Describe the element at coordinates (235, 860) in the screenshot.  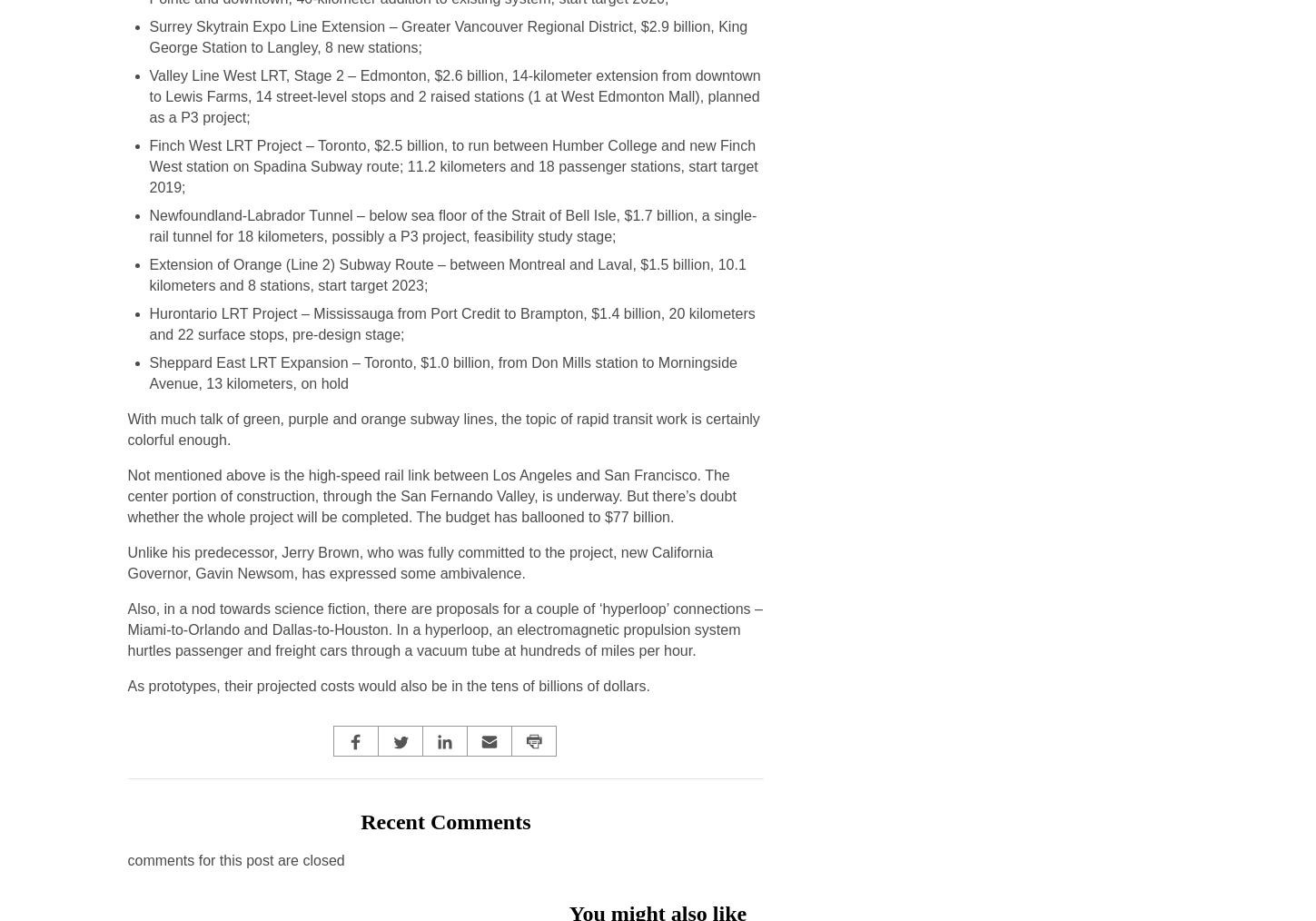
I see `'comments for this post are closed'` at that location.